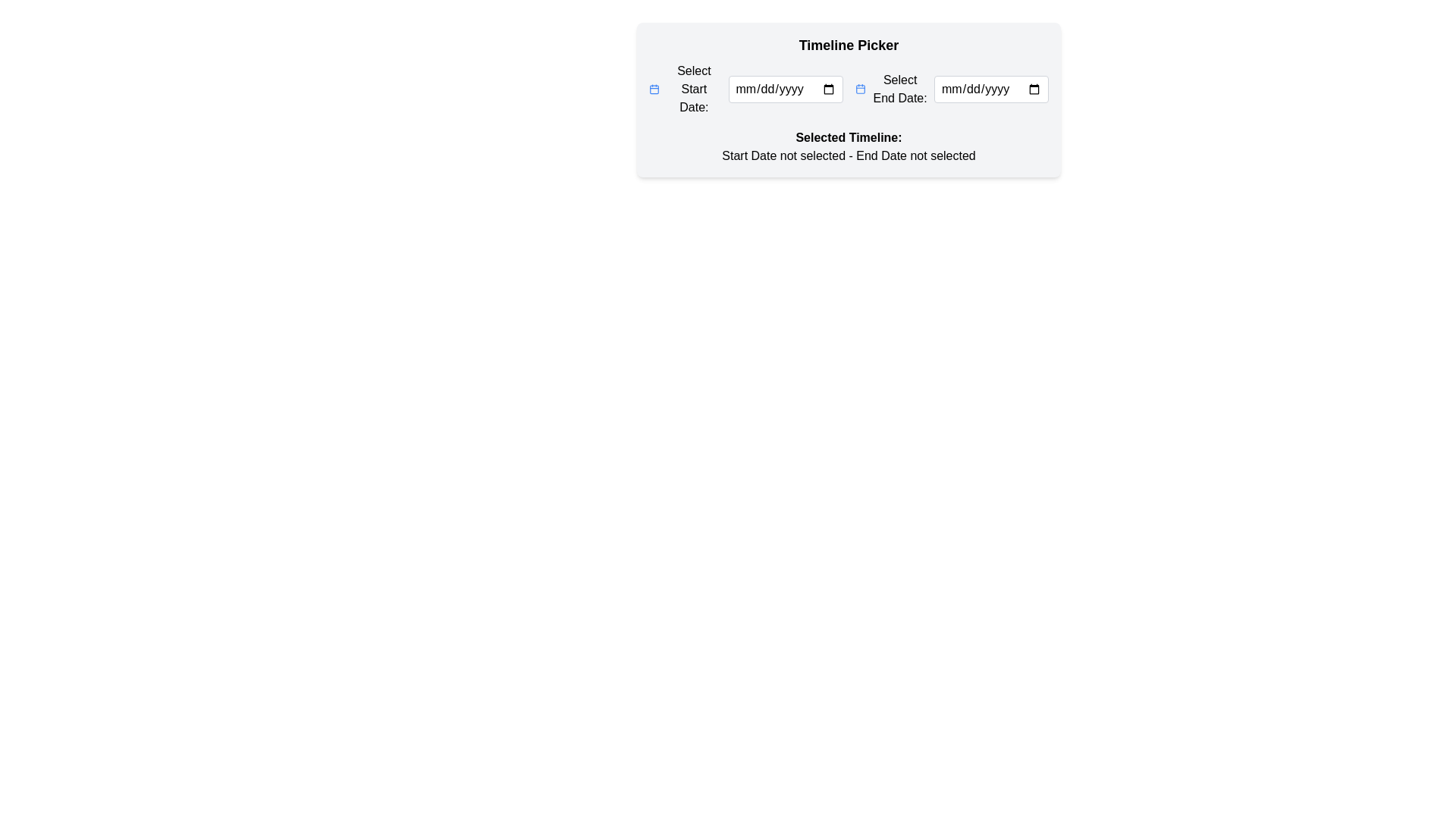  What do you see at coordinates (654, 89) in the screenshot?
I see `the blue SVG calendar icon located to the left of the 'Start Date:' label in the timeline picker section` at bounding box center [654, 89].